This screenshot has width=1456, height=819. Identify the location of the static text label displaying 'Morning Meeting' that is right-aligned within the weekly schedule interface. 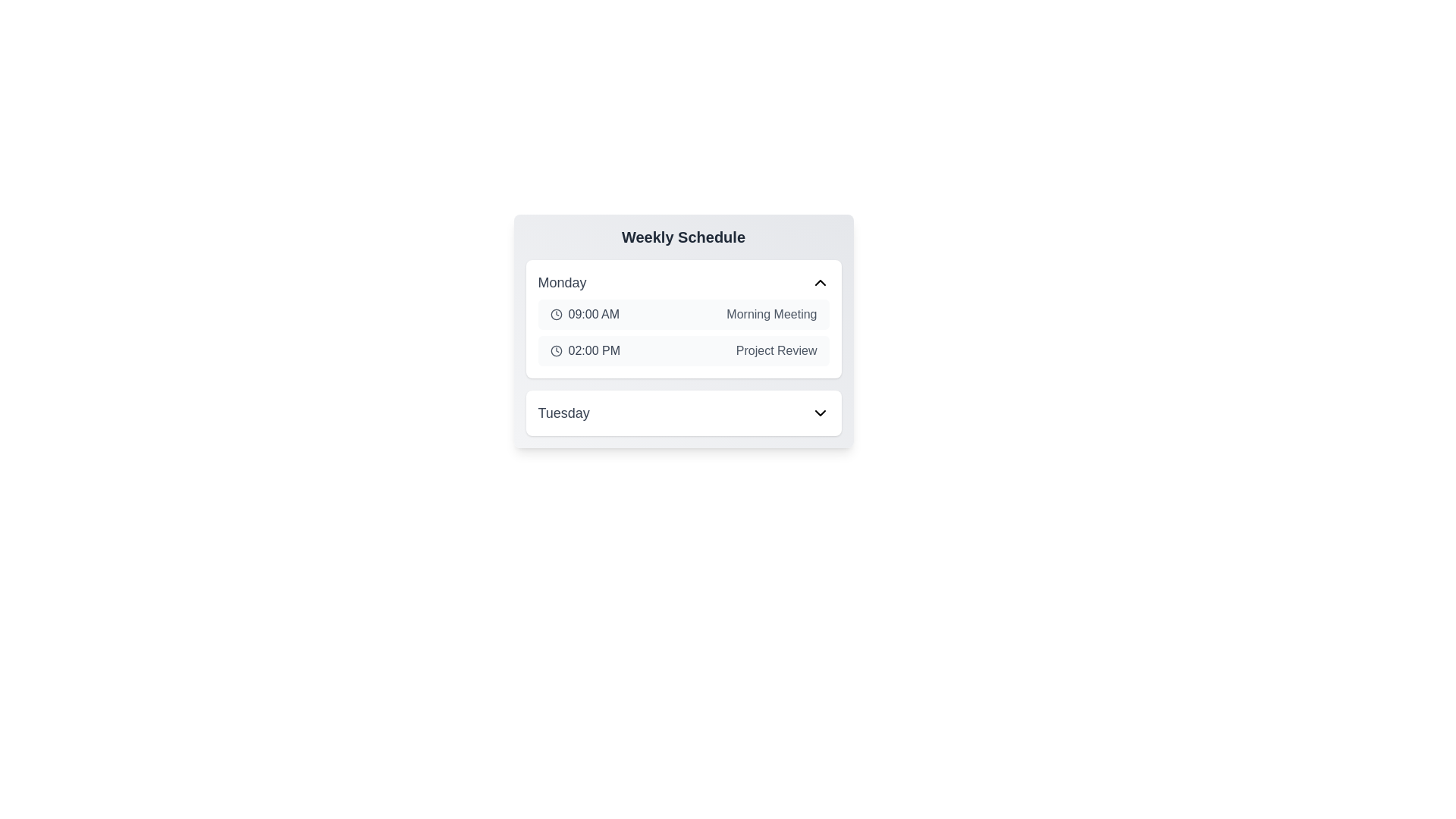
(771, 314).